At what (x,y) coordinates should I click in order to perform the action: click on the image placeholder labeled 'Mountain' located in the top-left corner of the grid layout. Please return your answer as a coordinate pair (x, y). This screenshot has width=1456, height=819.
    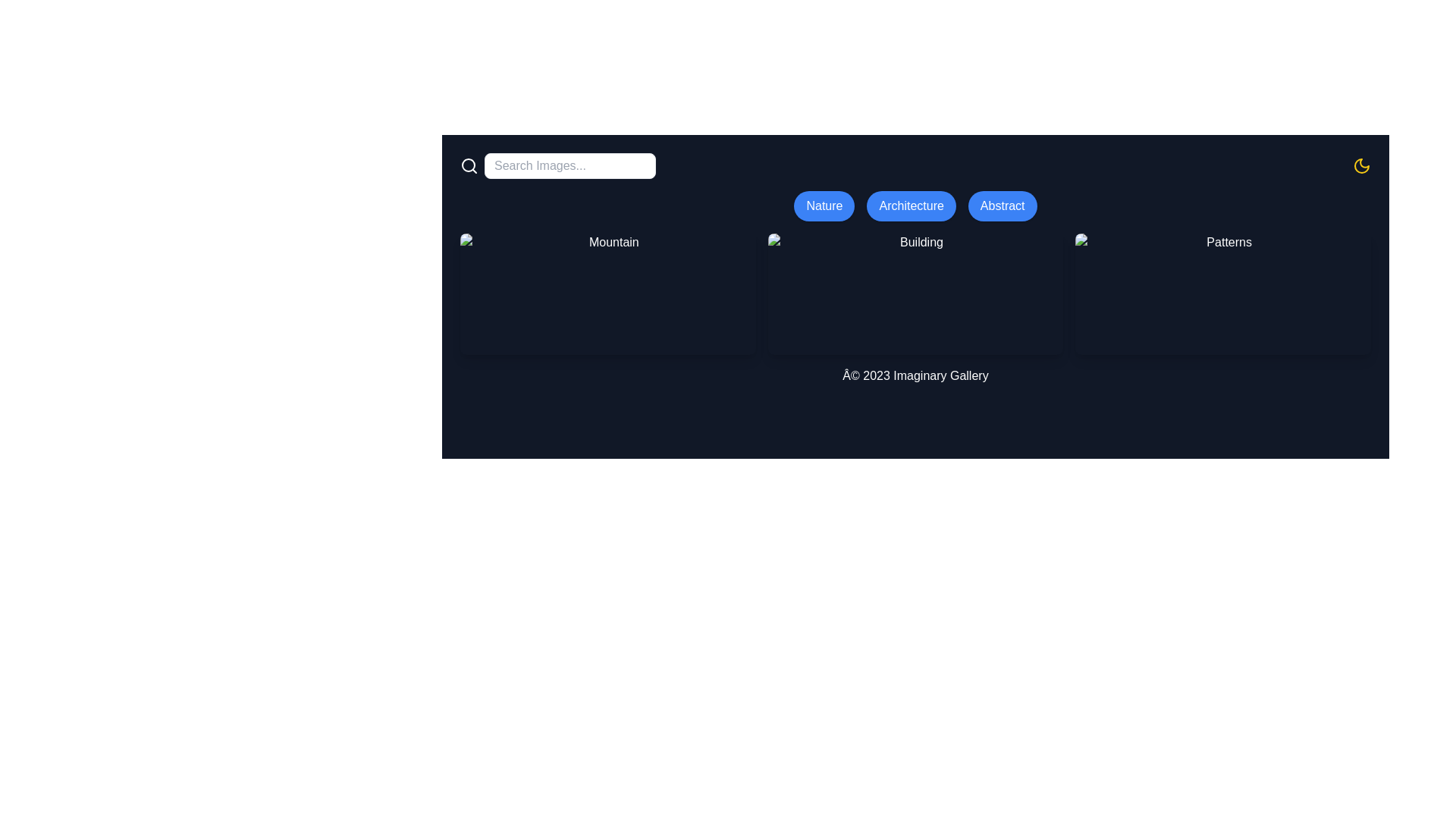
    Looking at the image, I should click on (607, 294).